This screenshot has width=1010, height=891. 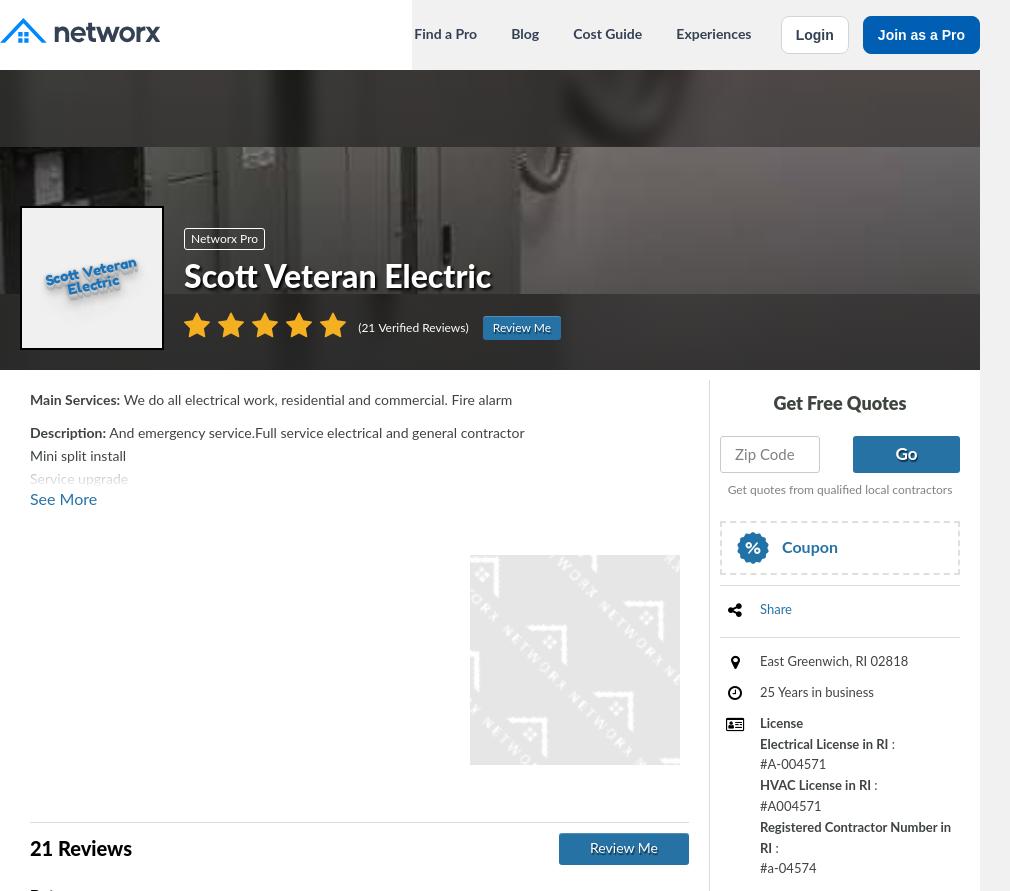 I want to click on 'Zip Code', so click(x=764, y=453).